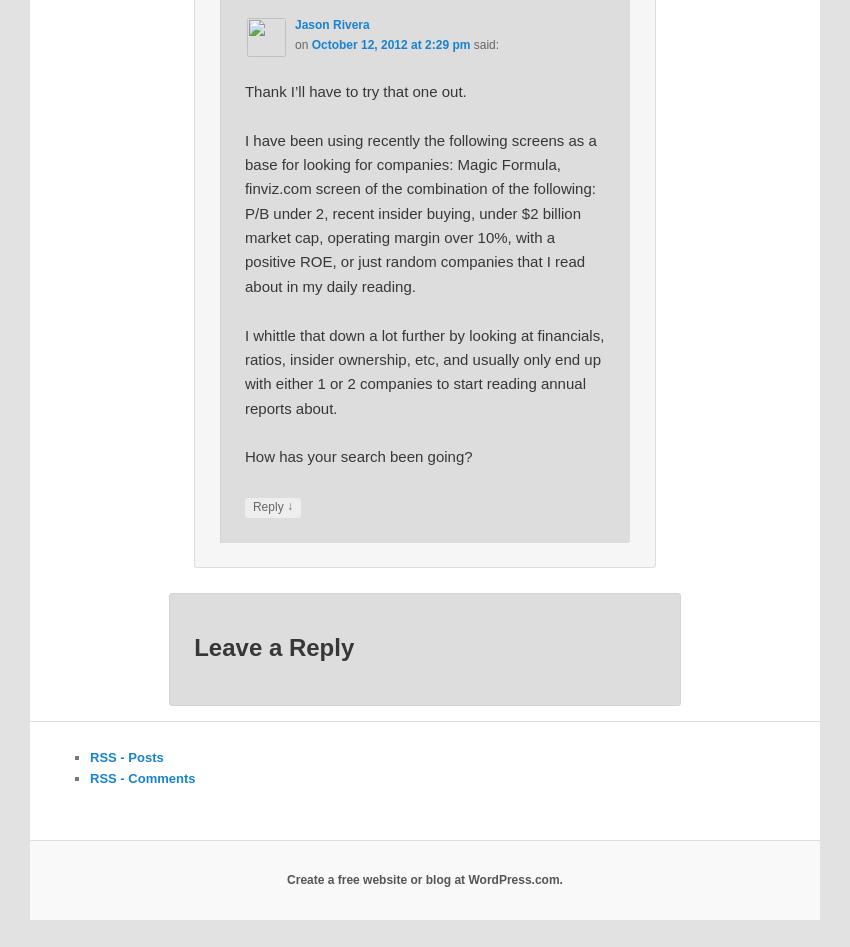  Describe the element at coordinates (125, 755) in the screenshot. I see `'RSS - Posts'` at that location.